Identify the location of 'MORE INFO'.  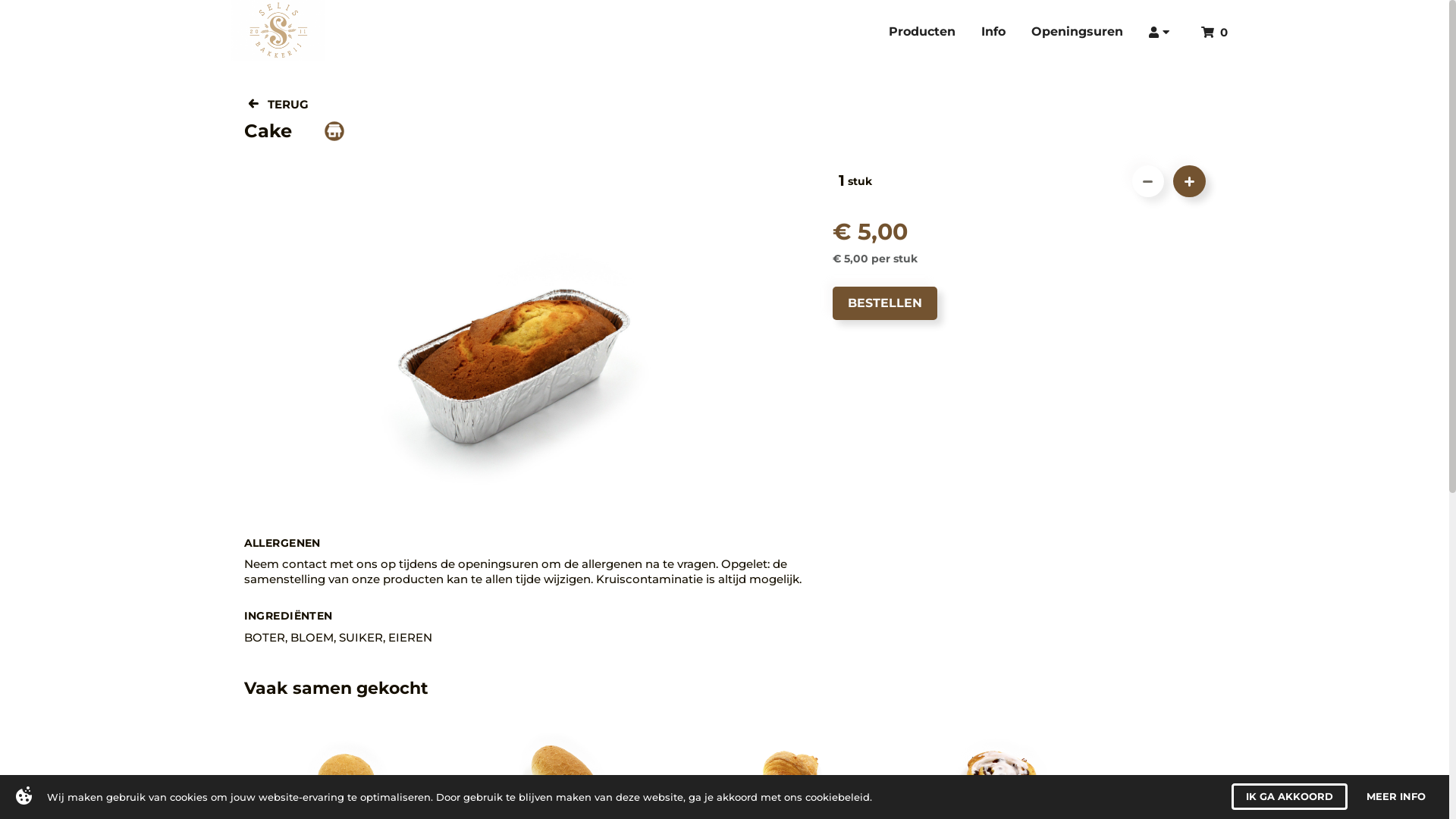
(1401, 795).